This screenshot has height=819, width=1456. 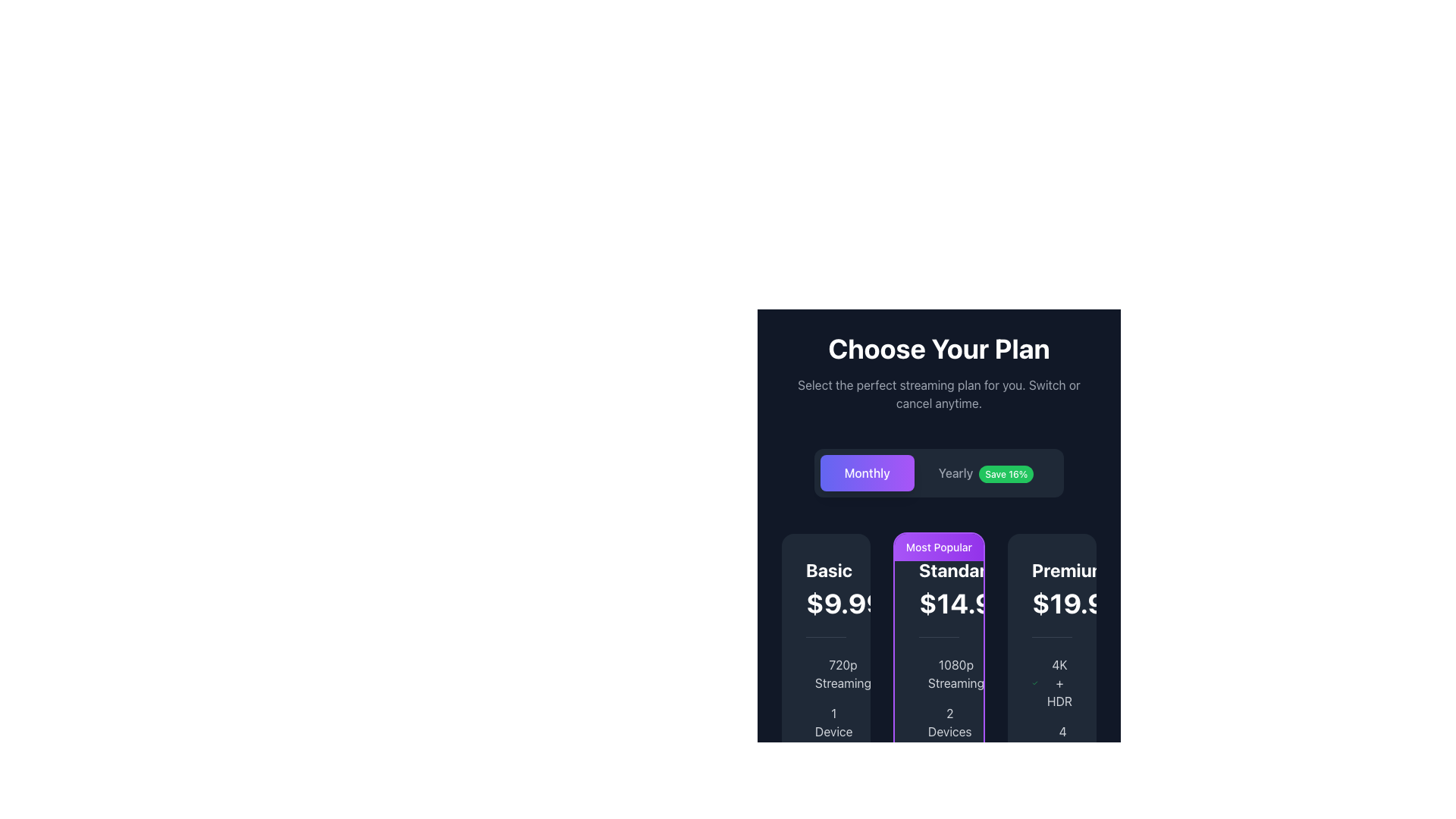 What do you see at coordinates (986, 472) in the screenshot?
I see `the yearly subscription toggle button which has a 'Save 16%' badge` at bounding box center [986, 472].